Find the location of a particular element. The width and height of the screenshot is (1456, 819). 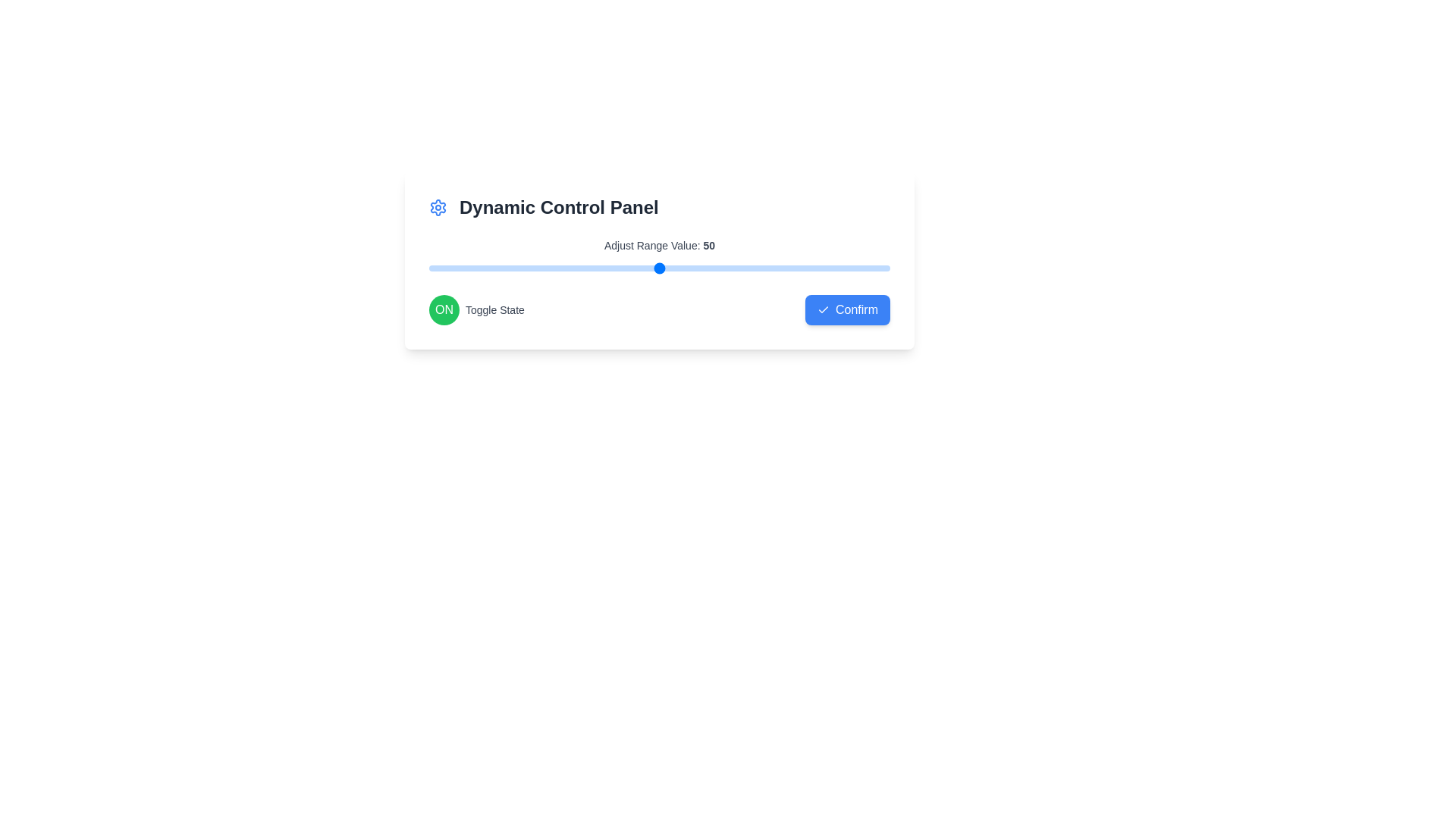

the settings icon located in the top-left corner of the 'Dynamic Control Panel' is located at coordinates (437, 207).